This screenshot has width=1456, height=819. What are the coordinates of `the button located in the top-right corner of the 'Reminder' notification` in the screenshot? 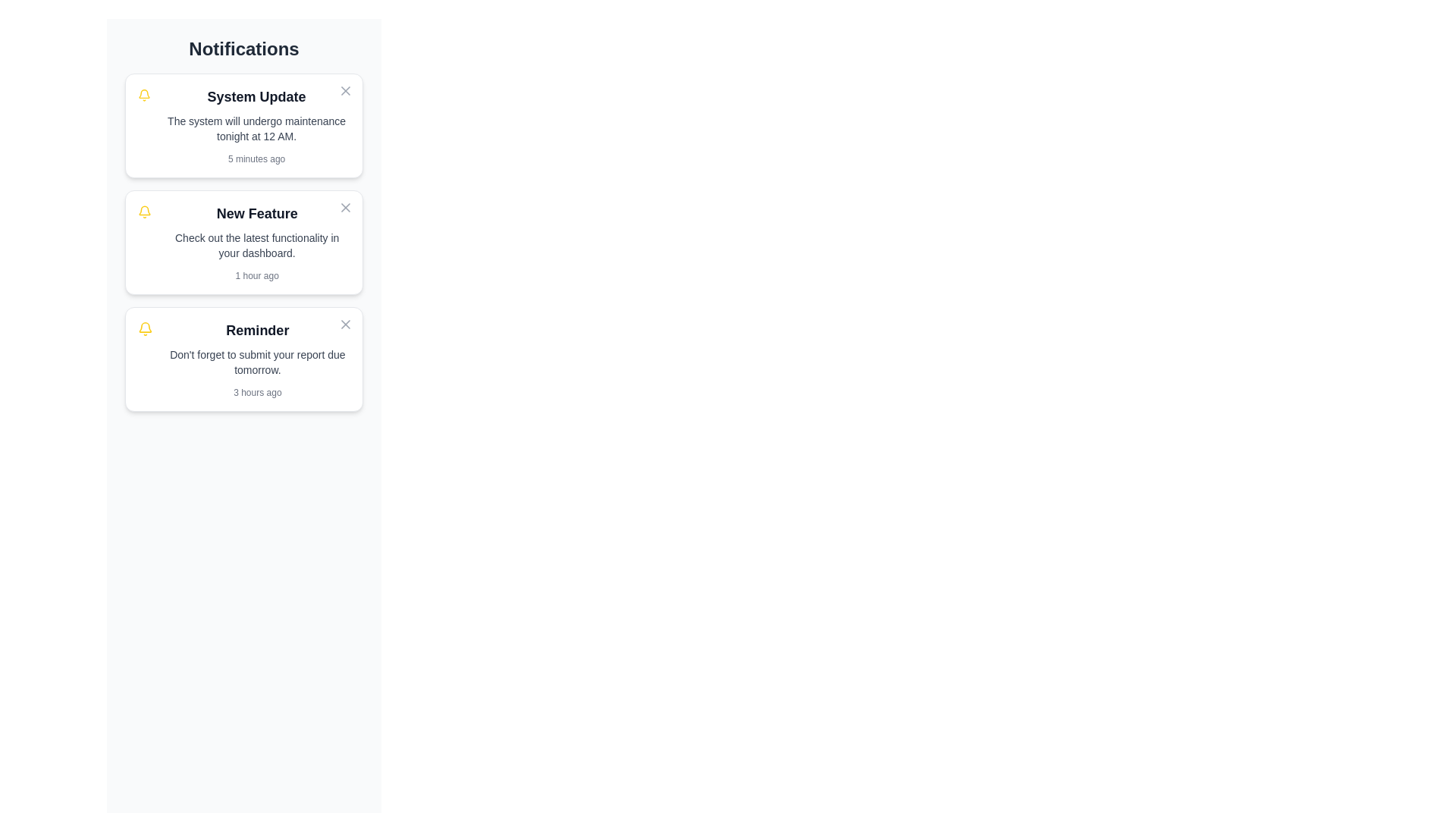 It's located at (345, 324).